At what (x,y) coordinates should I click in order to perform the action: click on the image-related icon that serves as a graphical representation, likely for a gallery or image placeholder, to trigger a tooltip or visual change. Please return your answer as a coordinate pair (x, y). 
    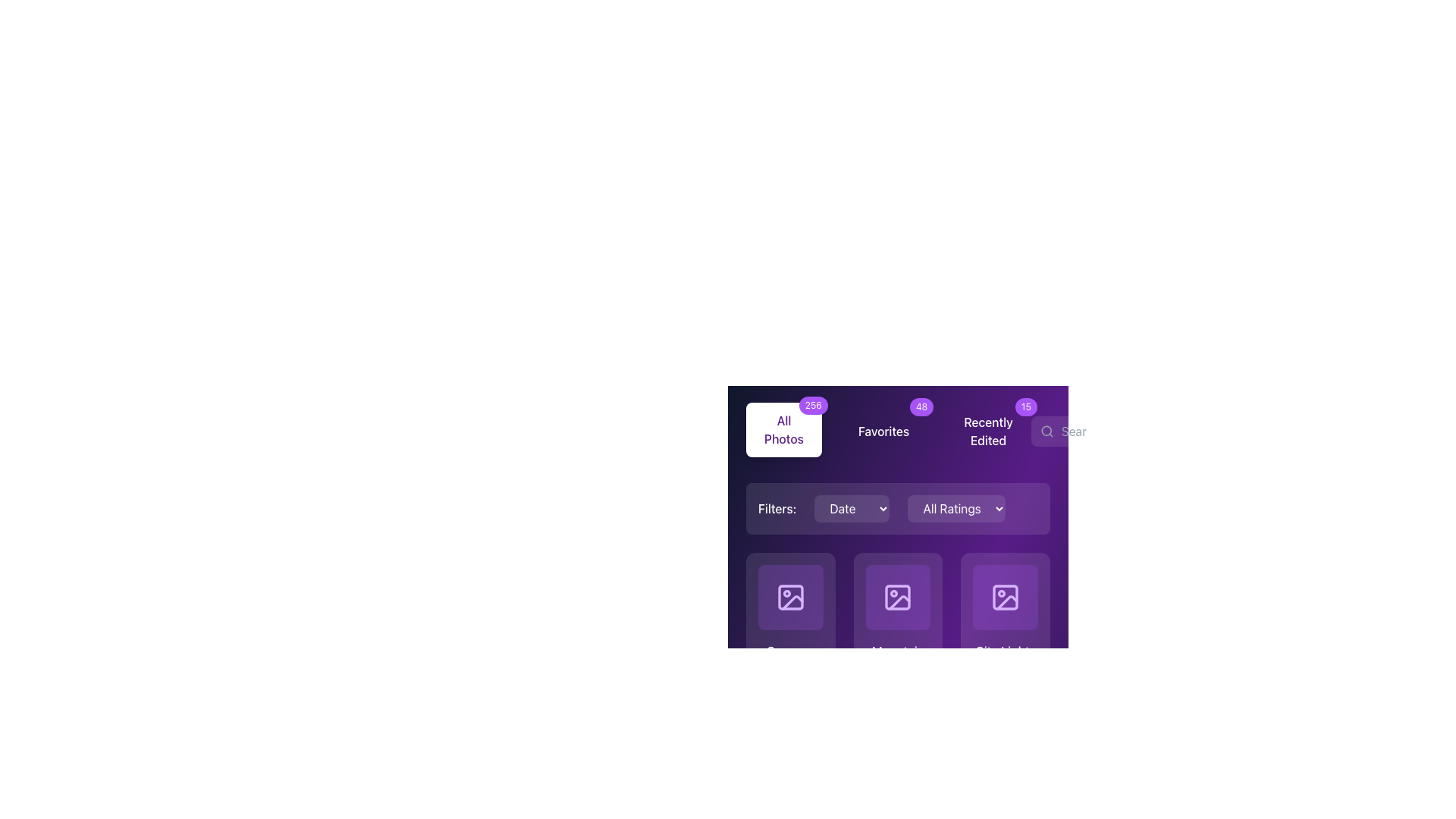
    Looking at the image, I should click on (1006, 596).